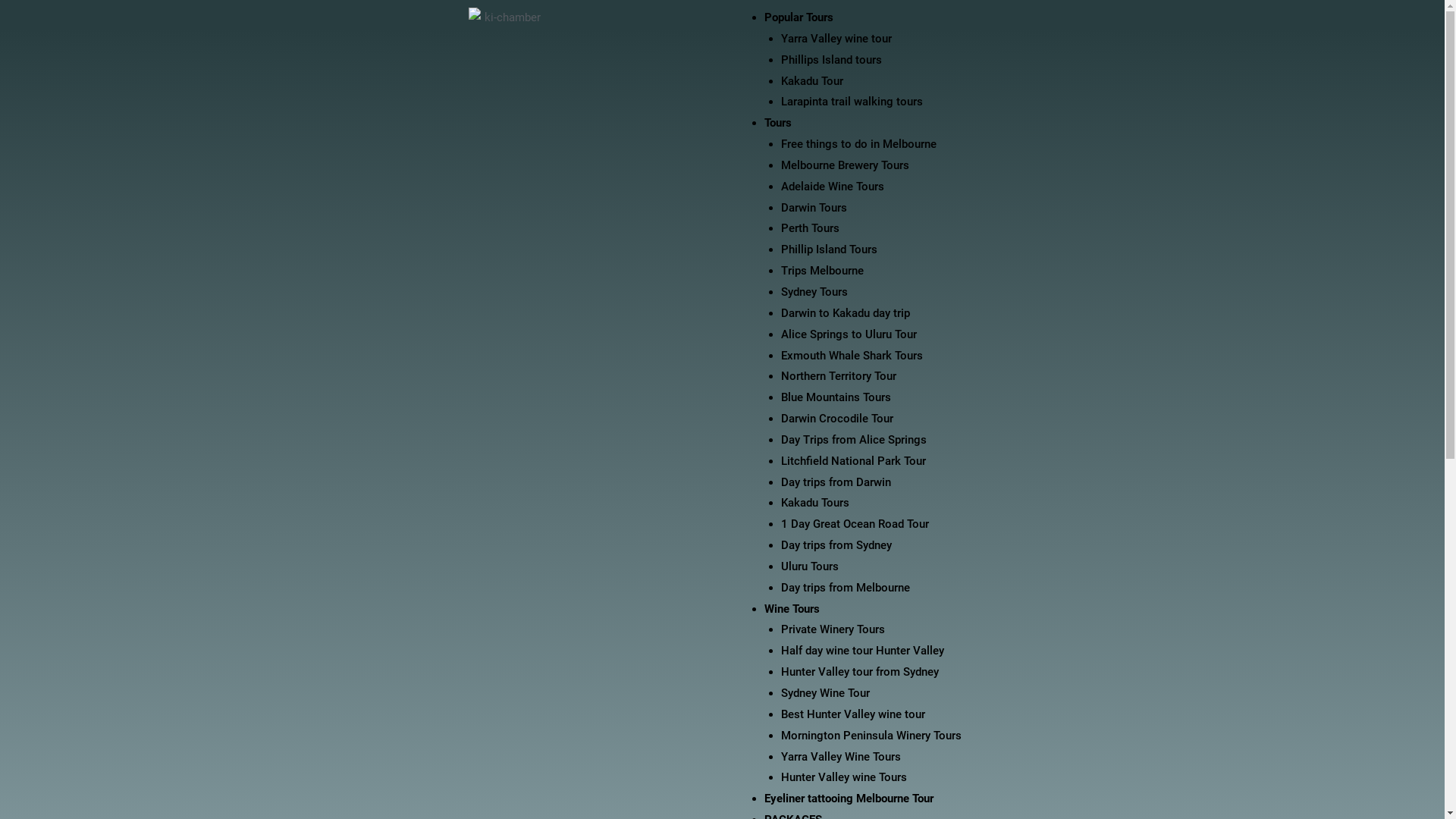 This screenshot has height=819, width=1456. I want to click on 'Phillip Island Tours', so click(828, 248).